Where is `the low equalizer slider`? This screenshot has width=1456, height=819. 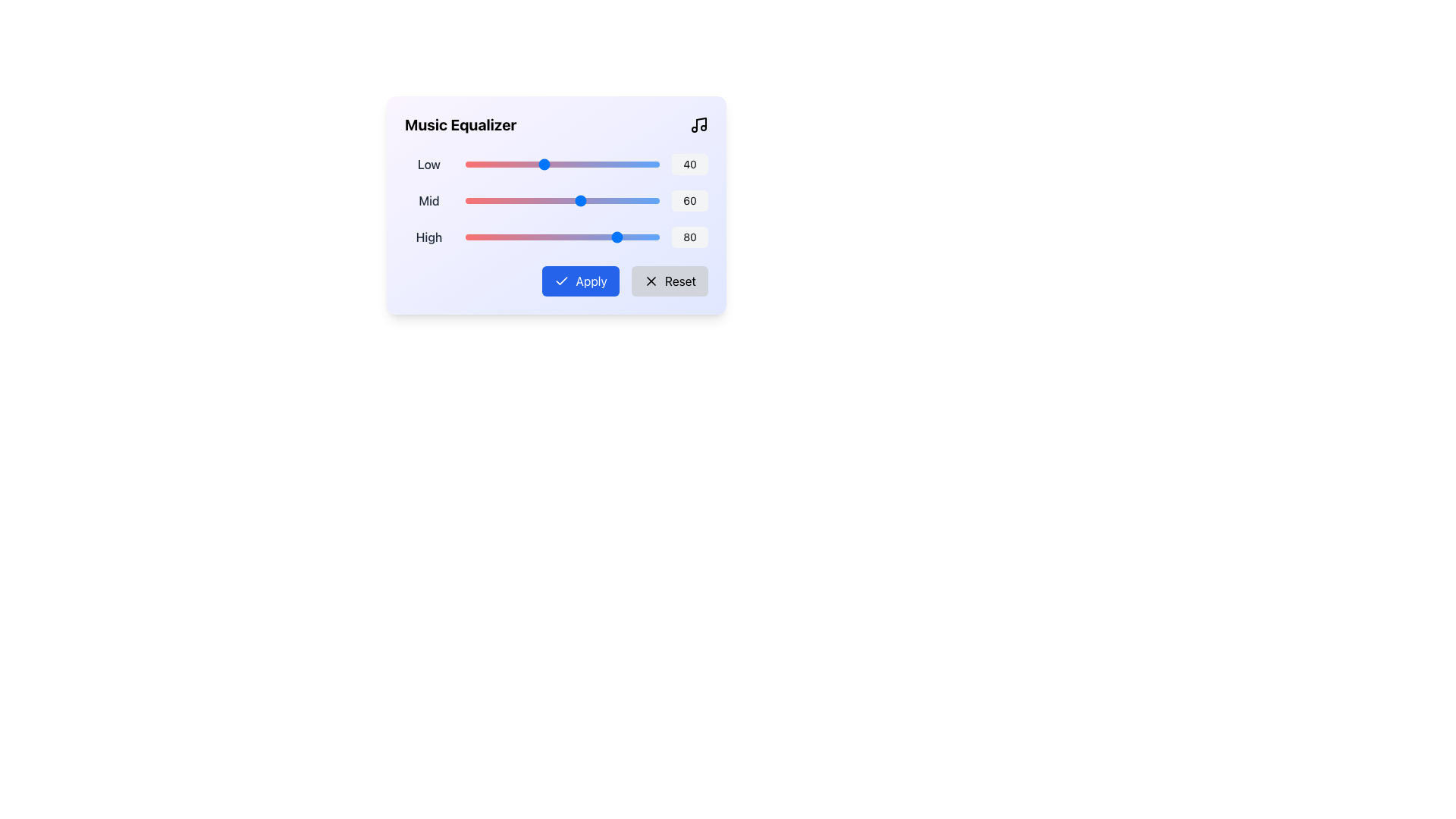
the low equalizer slider is located at coordinates (508, 164).